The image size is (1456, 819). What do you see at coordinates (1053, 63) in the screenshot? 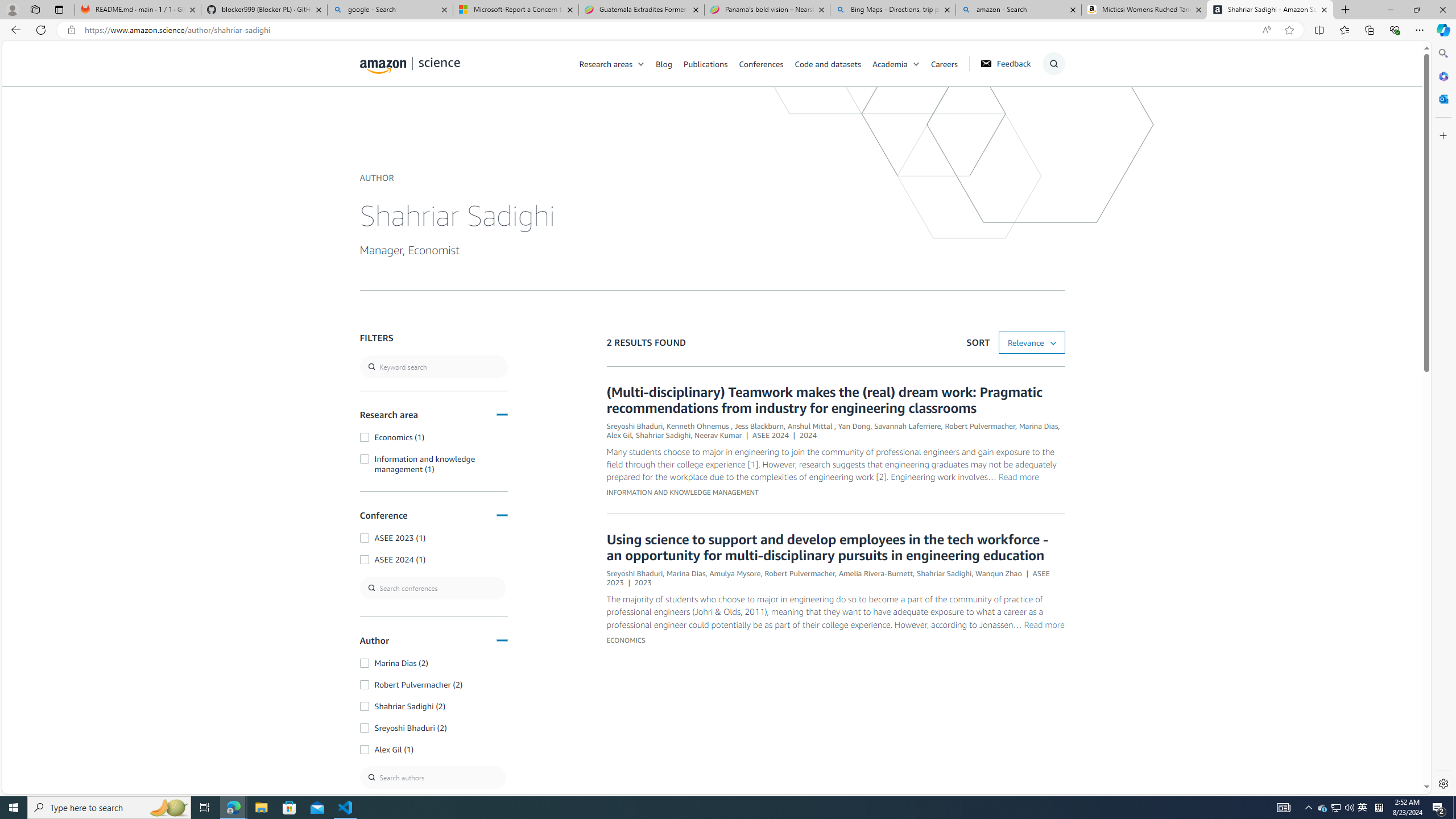
I see `'Show Search Form'` at bounding box center [1053, 63].